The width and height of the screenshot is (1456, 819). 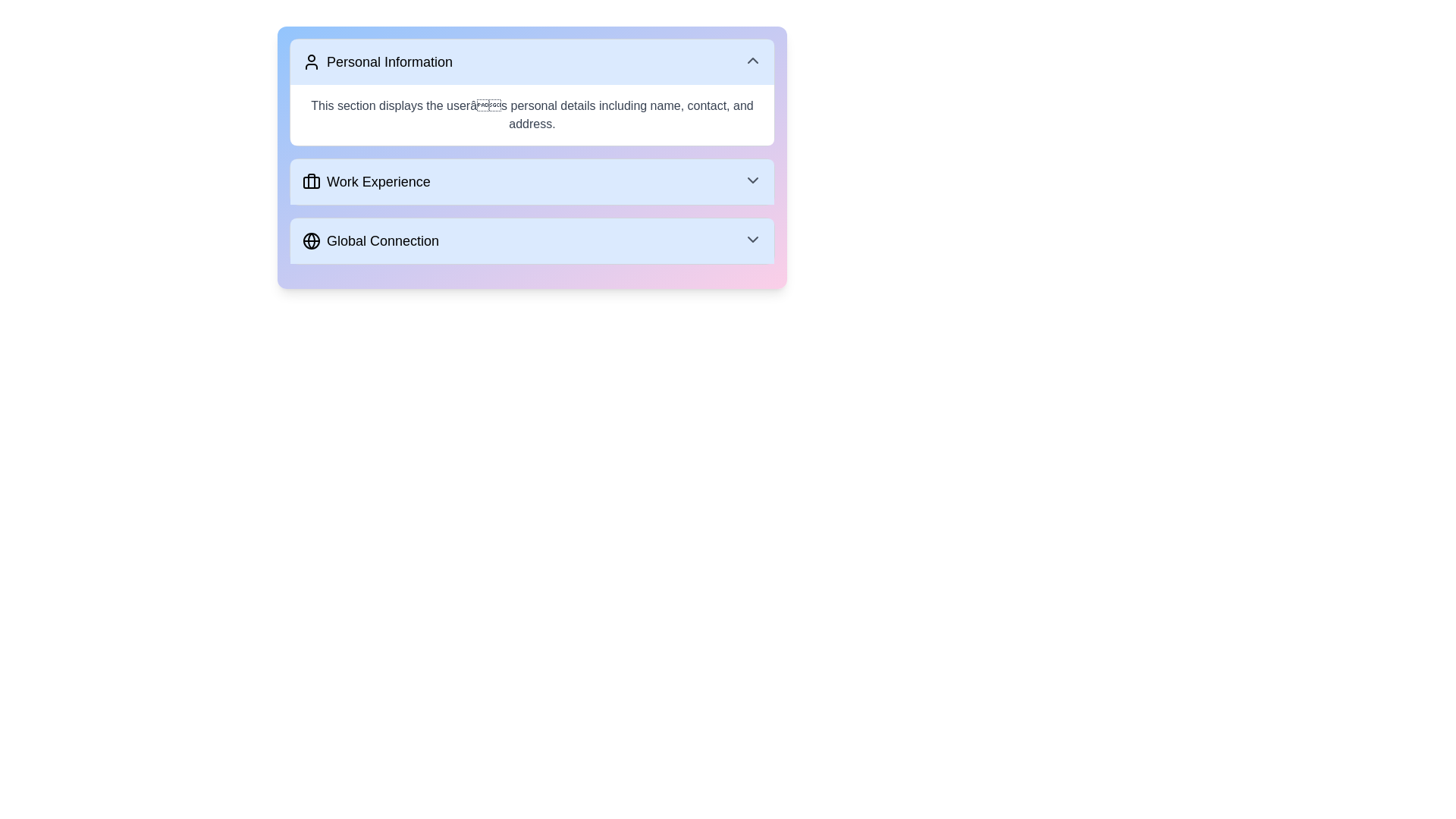 What do you see at coordinates (389, 61) in the screenshot?
I see `the 'Personal Information' label, which is styled in bold and positioned next to a user icon in a card-like section with a blue background` at bounding box center [389, 61].